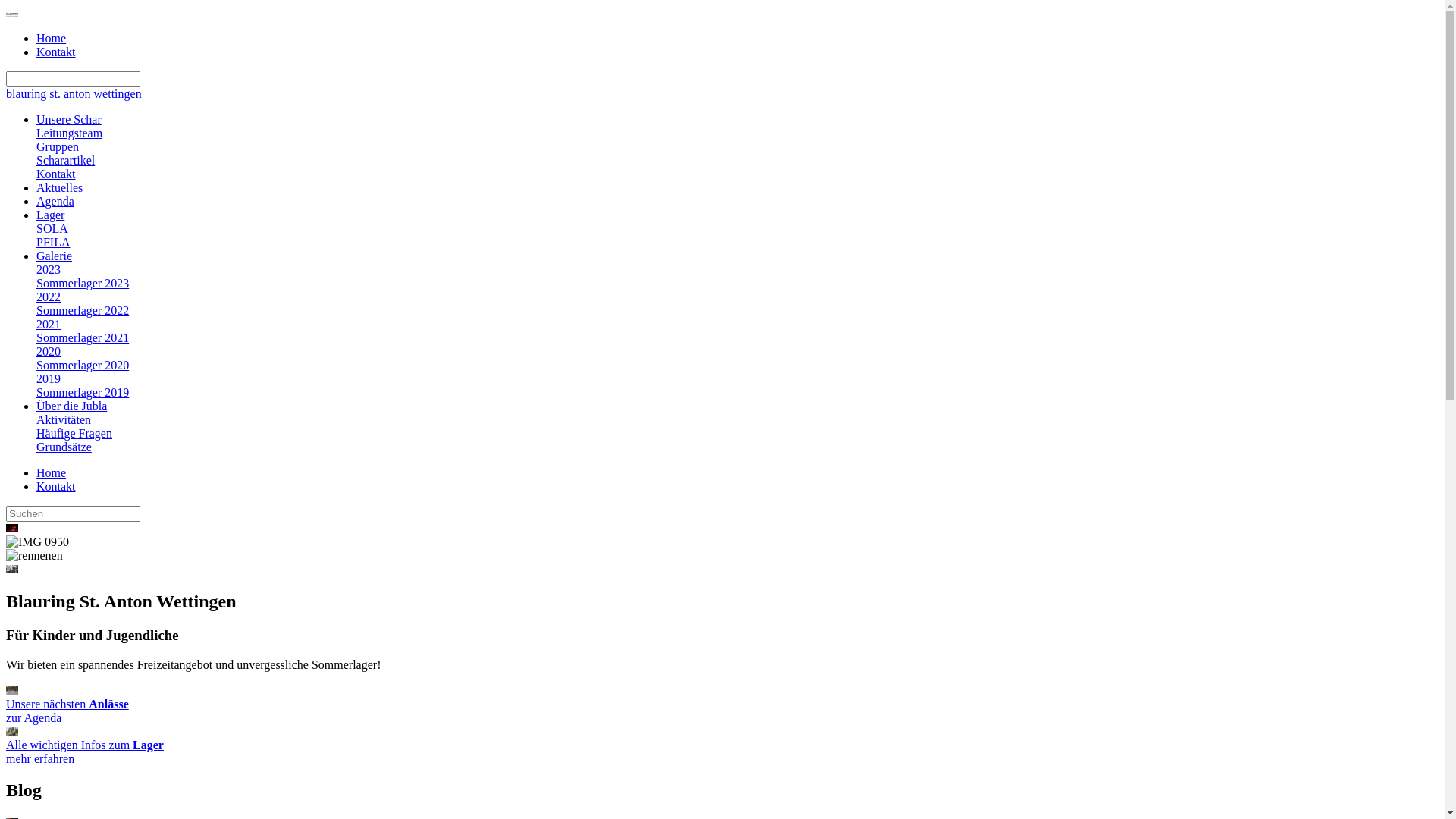 The width and height of the screenshot is (1456, 819). Describe the element at coordinates (82, 337) in the screenshot. I see `'Sommerlager 2021'` at that location.